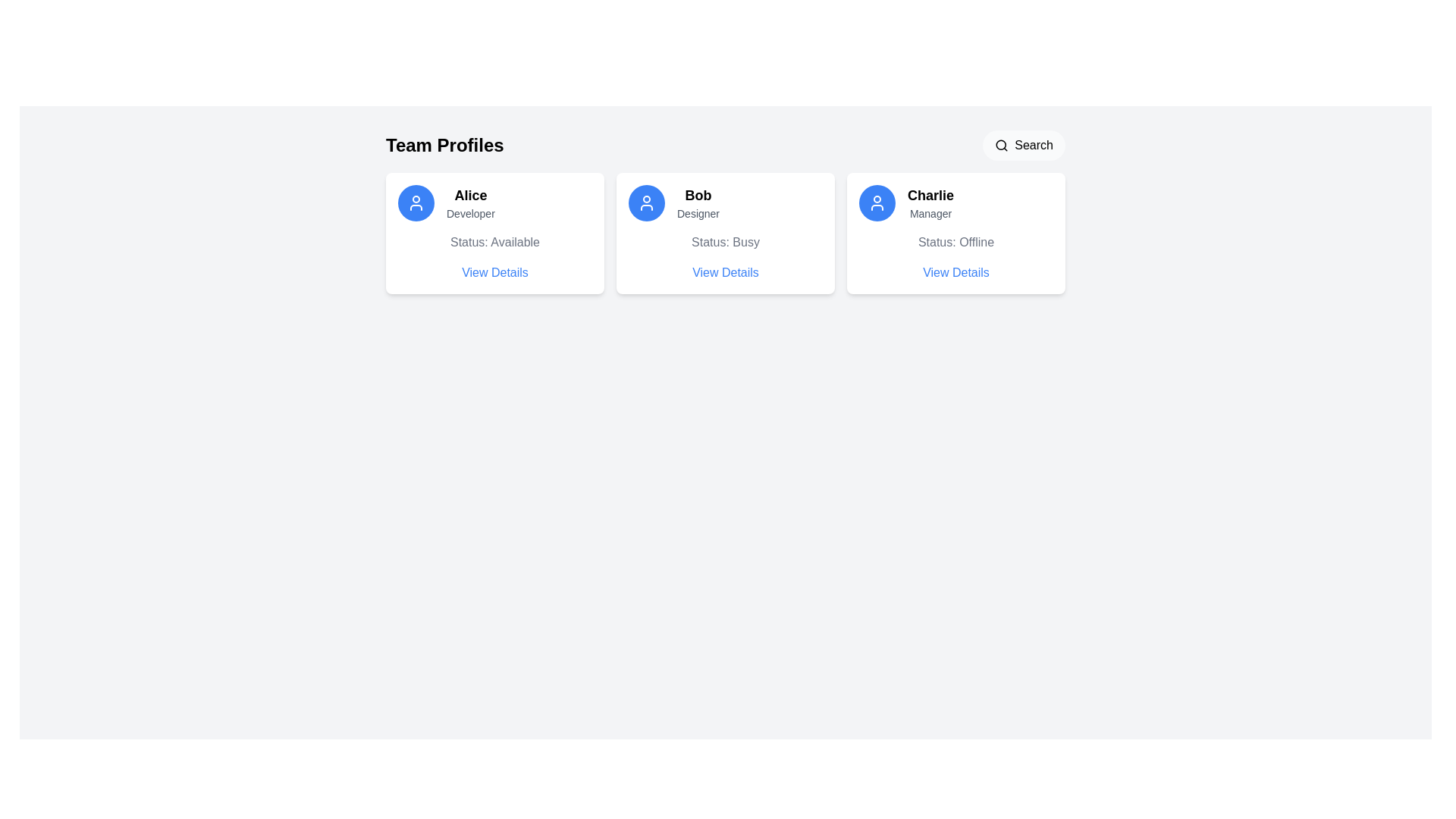 The height and width of the screenshot is (819, 1456). Describe the element at coordinates (647, 202) in the screenshot. I see `the user profile icon representing 'Bob', which is centrally placed within the blue circular background of the second user profile card` at that location.